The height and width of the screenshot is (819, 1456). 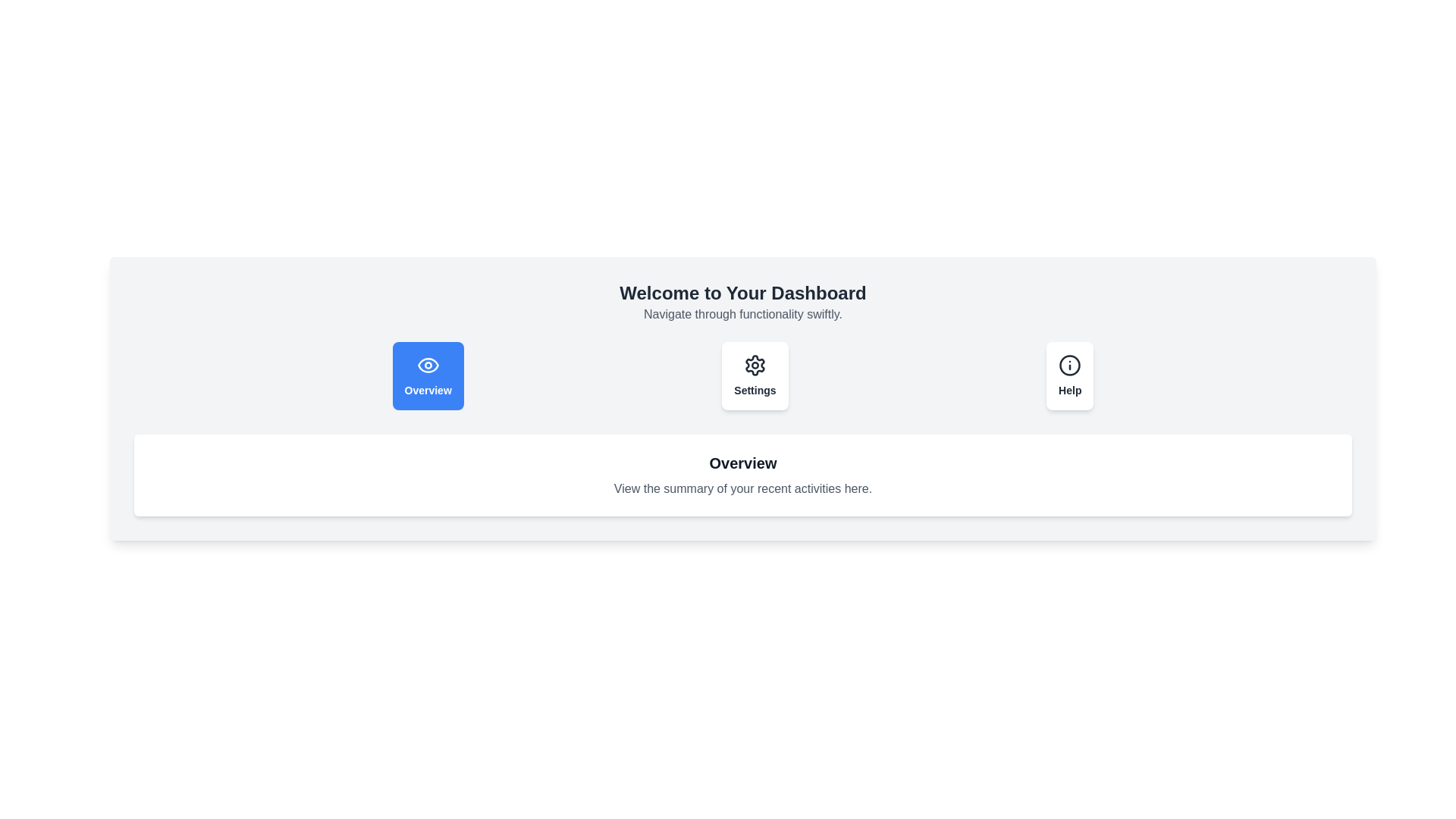 What do you see at coordinates (427, 375) in the screenshot?
I see `the 'Overview' button located to the left of the 'Settings' and 'Help' buttons, below the 'Welcome to Your Dashboard' heading` at bounding box center [427, 375].